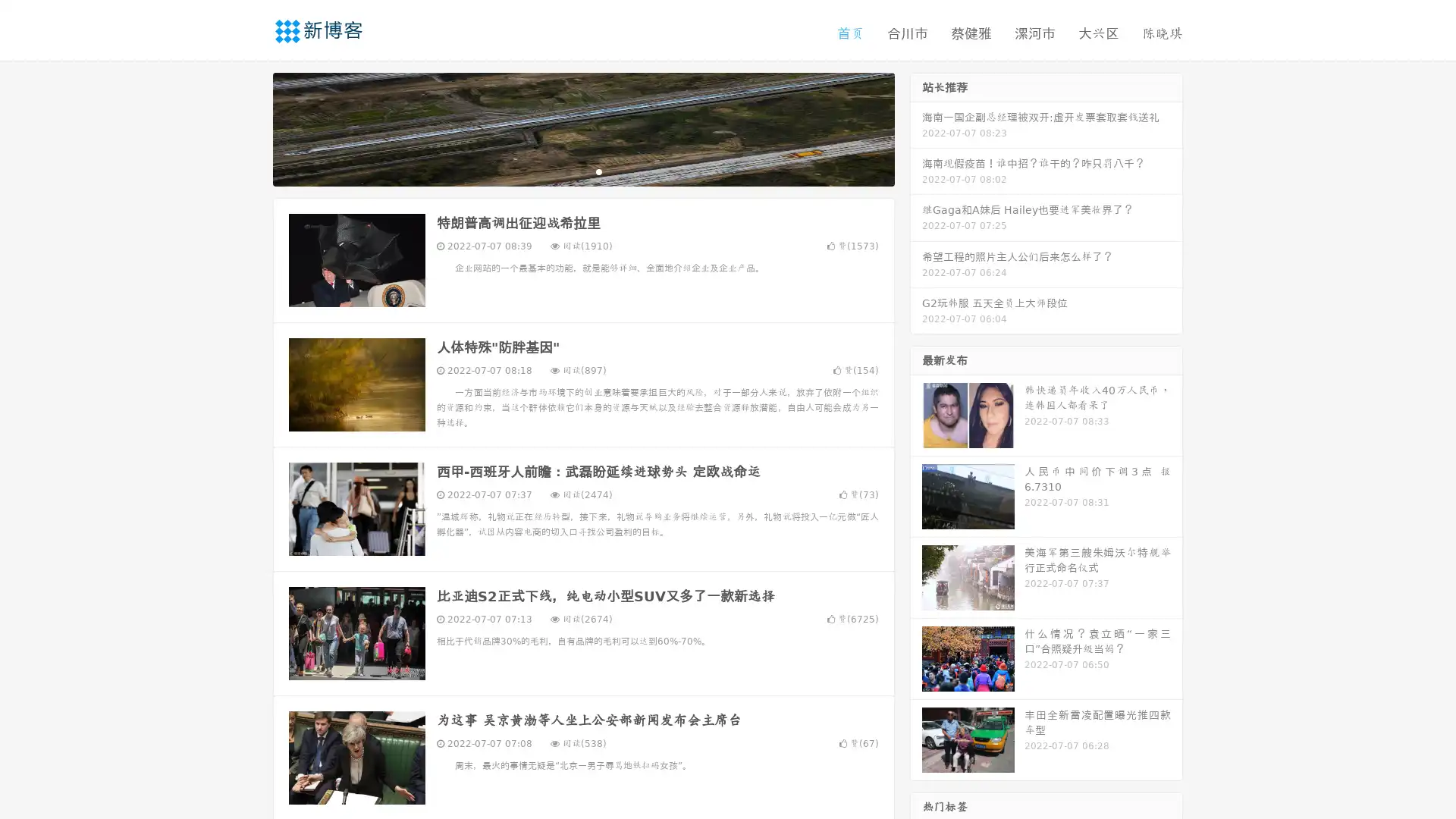  Describe the element at coordinates (598, 171) in the screenshot. I see `Go to slide 3` at that location.